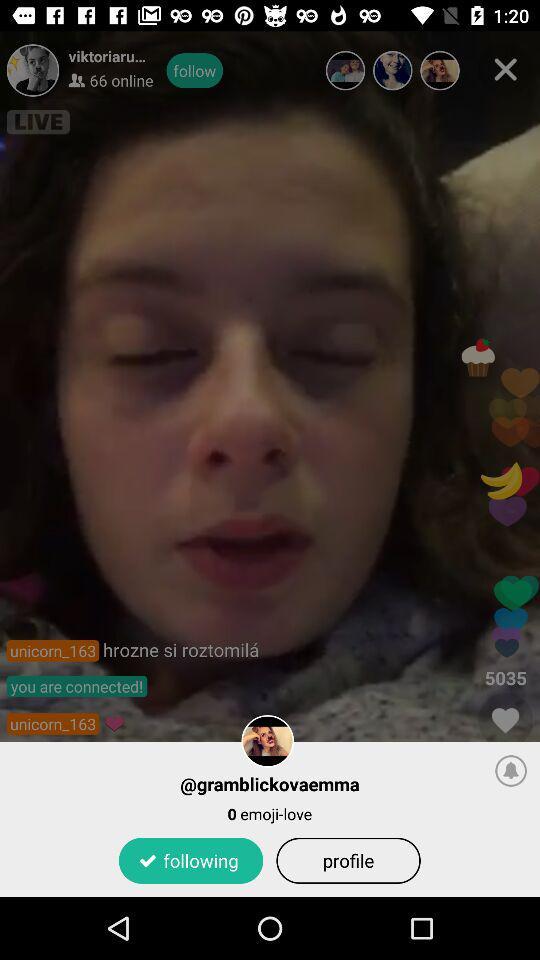 This screenshot has height=960, width=540. Describe the element at coordinates (347, 859) in the screenshot. I see `the icon next to following icon` at that location.